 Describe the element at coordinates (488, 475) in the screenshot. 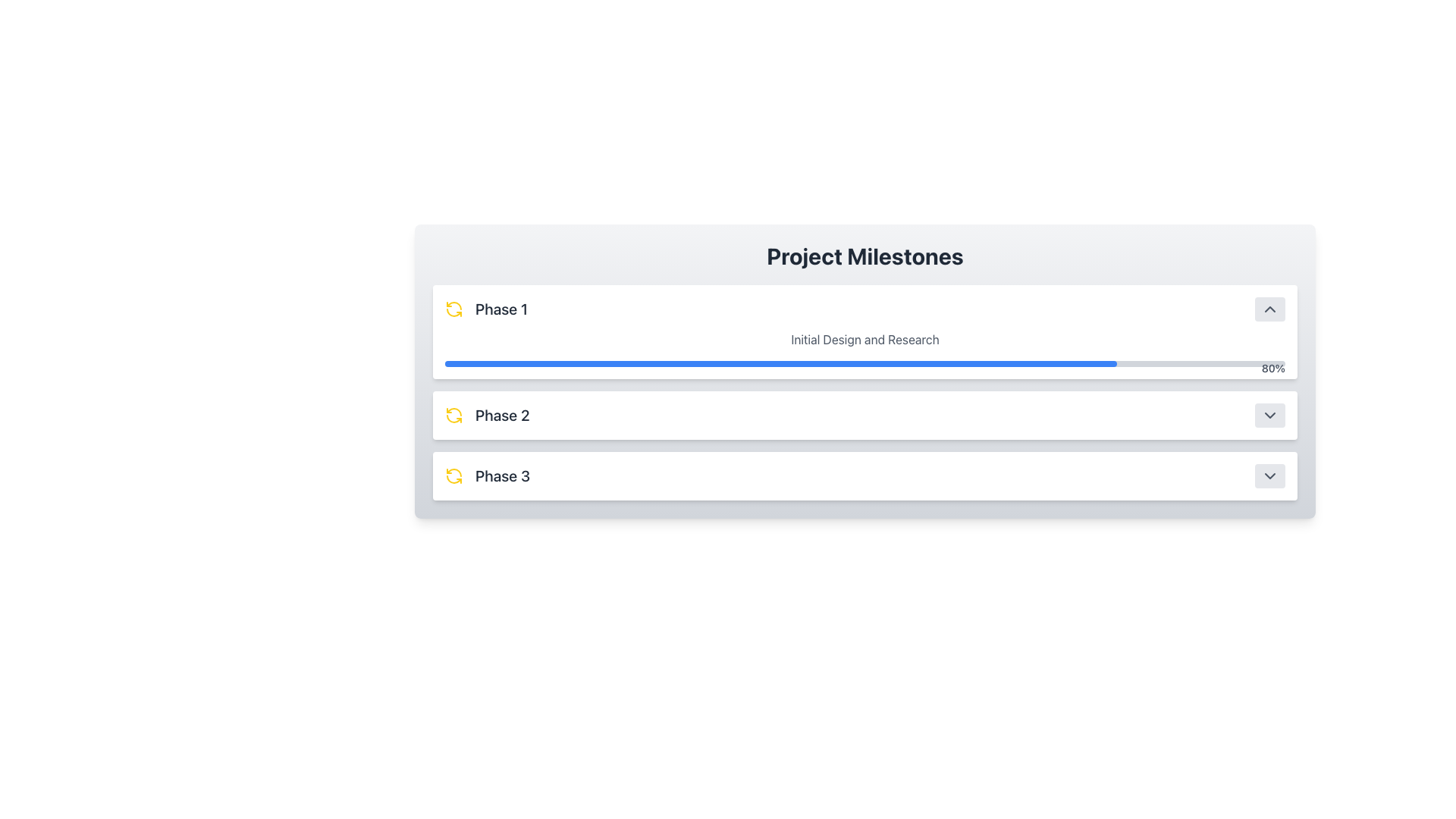

I see `the 'Phase 3' text element with an adjacent refresh icon in yellow, which is the third item in the vertical list under 'Project Milestones'` at that location.